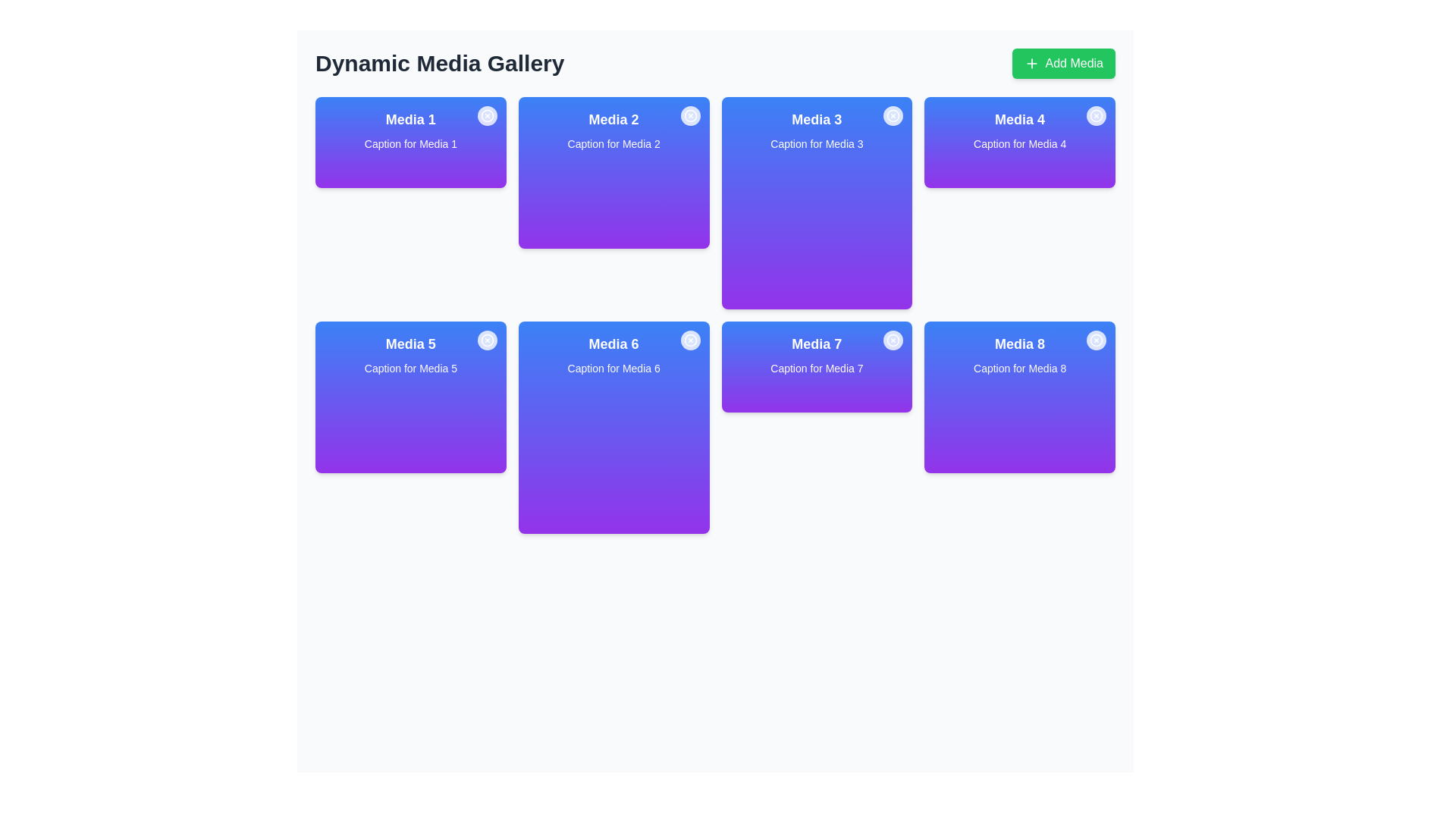 This screenshot has height=819, width=1456. What do you see at coordinates (410, 119) in the screenshot?
I see `text label 'Media 1' located at the top of the first card in the grid layout, which serves as a brief identifier for the card's content` at bounding box center [410, 119].